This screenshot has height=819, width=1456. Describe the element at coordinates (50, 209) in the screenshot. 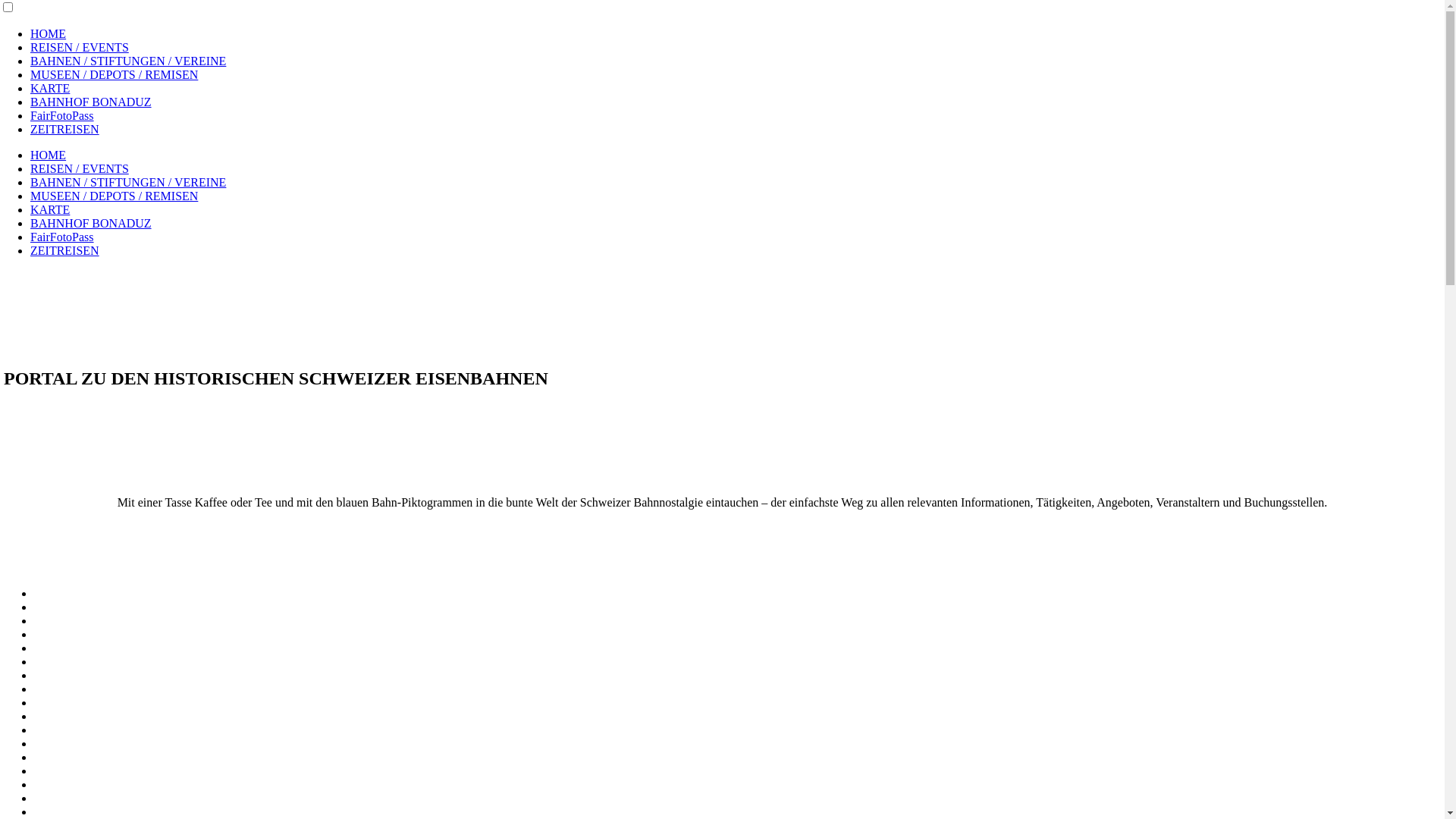

I see `'KARTE'` at that location.